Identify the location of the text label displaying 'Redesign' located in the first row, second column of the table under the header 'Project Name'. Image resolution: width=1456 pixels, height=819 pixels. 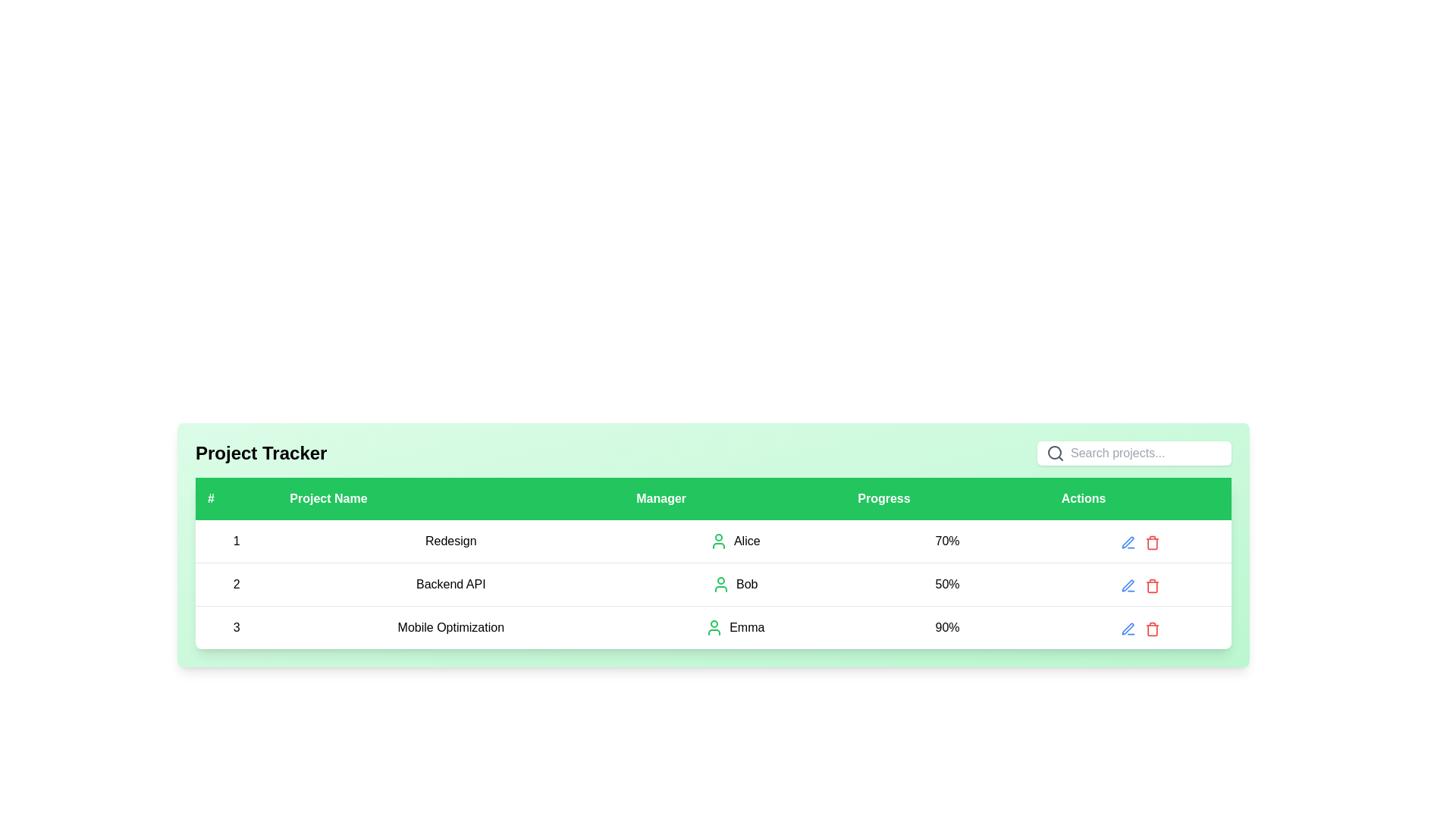
(450, 541).